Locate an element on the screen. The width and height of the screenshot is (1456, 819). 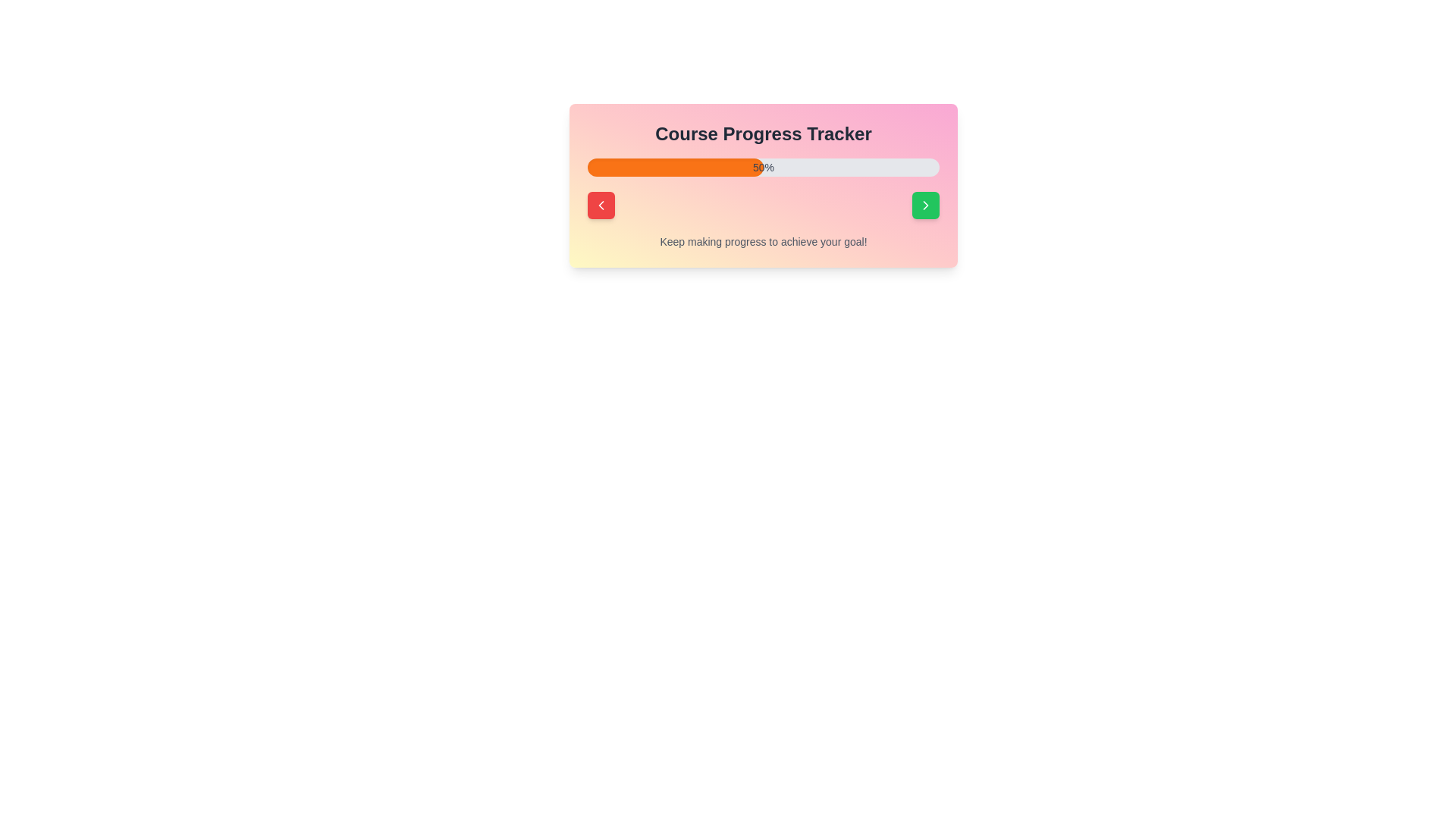
the filled portion of the progress bar that visually represents 50% completion of the course progress is located at coordinates (675, 167).